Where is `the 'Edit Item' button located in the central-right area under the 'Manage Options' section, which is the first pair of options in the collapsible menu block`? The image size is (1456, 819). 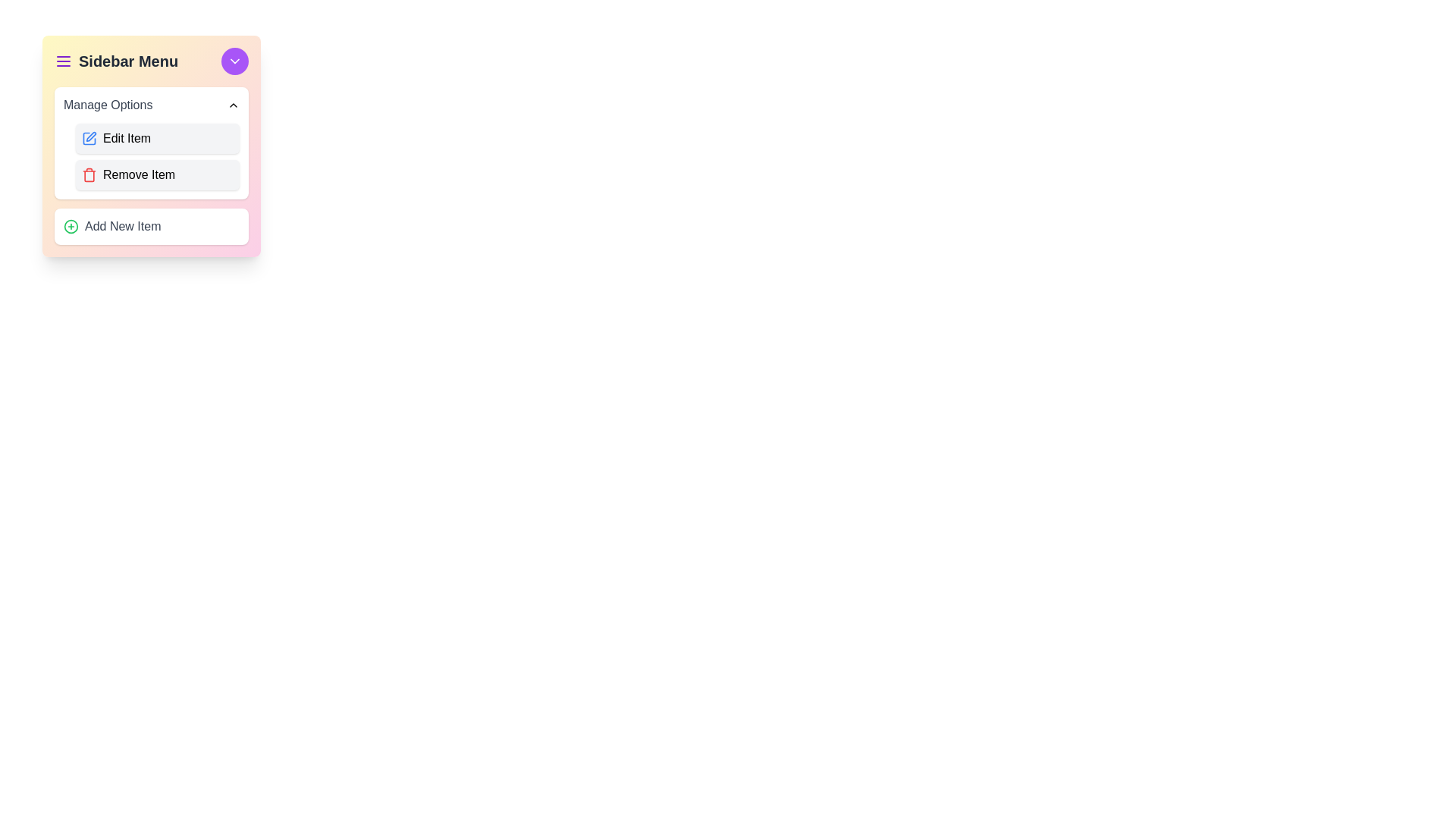 the 'Edit Item' button located in the central-right area under the 'Manage Options' section, which is the first pair of options in the collapsible menu block is located at coordinates (152, 157).